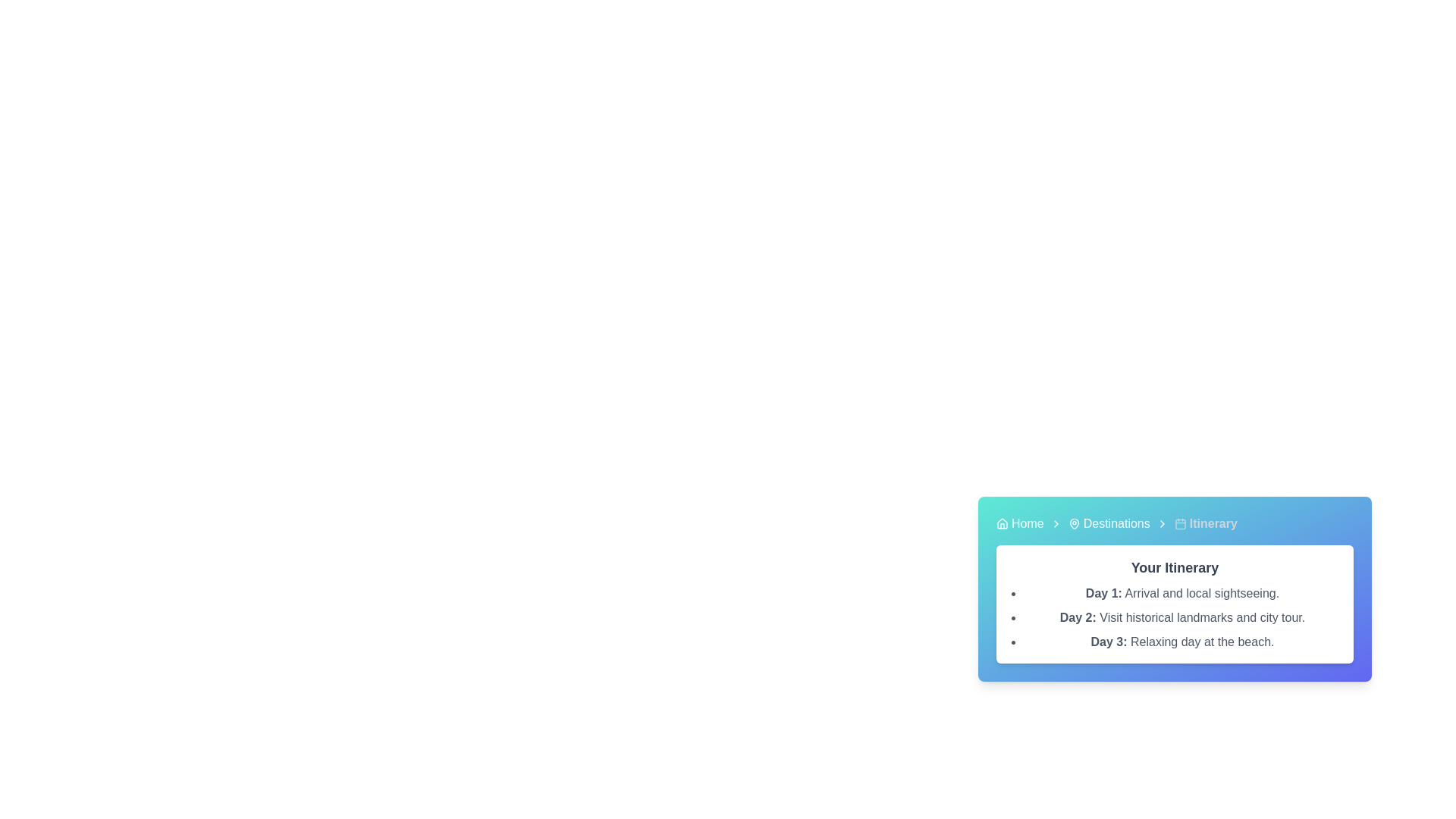 The height and width of the screenshot is (819, 1456). Describe the element at coordinates (1028, 522) in the screenshot. I see `the hyperlink located in the breadcrumb navigation bar, which appears after a house icon and before another breadcrumb link` at that location.